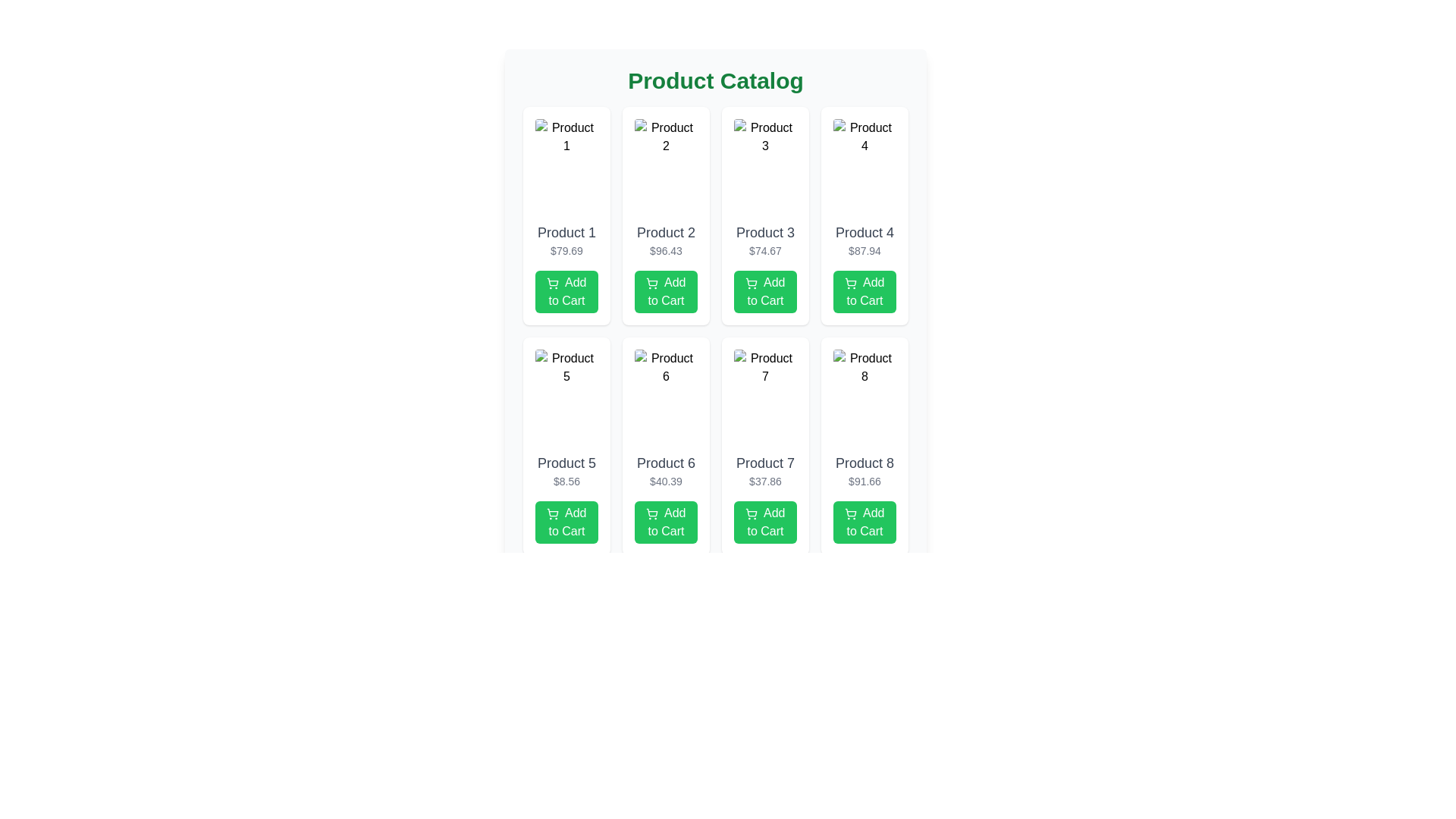  I want to click on the image placeholder displaying 'Product 5' in the product catalog grid, which is part of the description card for 'Product 5', so click(566, 397).